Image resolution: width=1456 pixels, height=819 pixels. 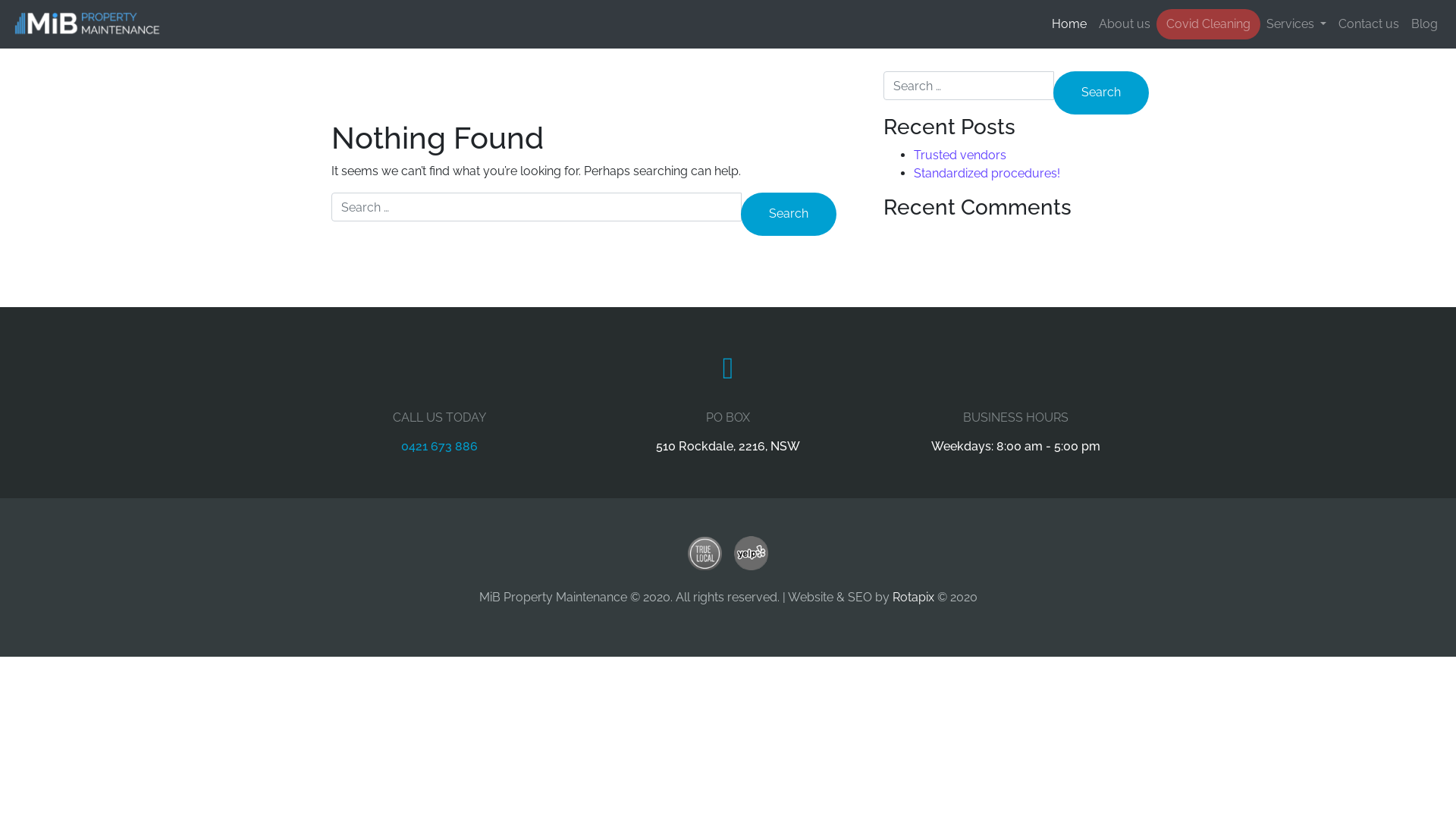 What do you see at coordinates (1125, 24) in the screenshot?
I see `'About us'` at bounding box center [1125, 24].